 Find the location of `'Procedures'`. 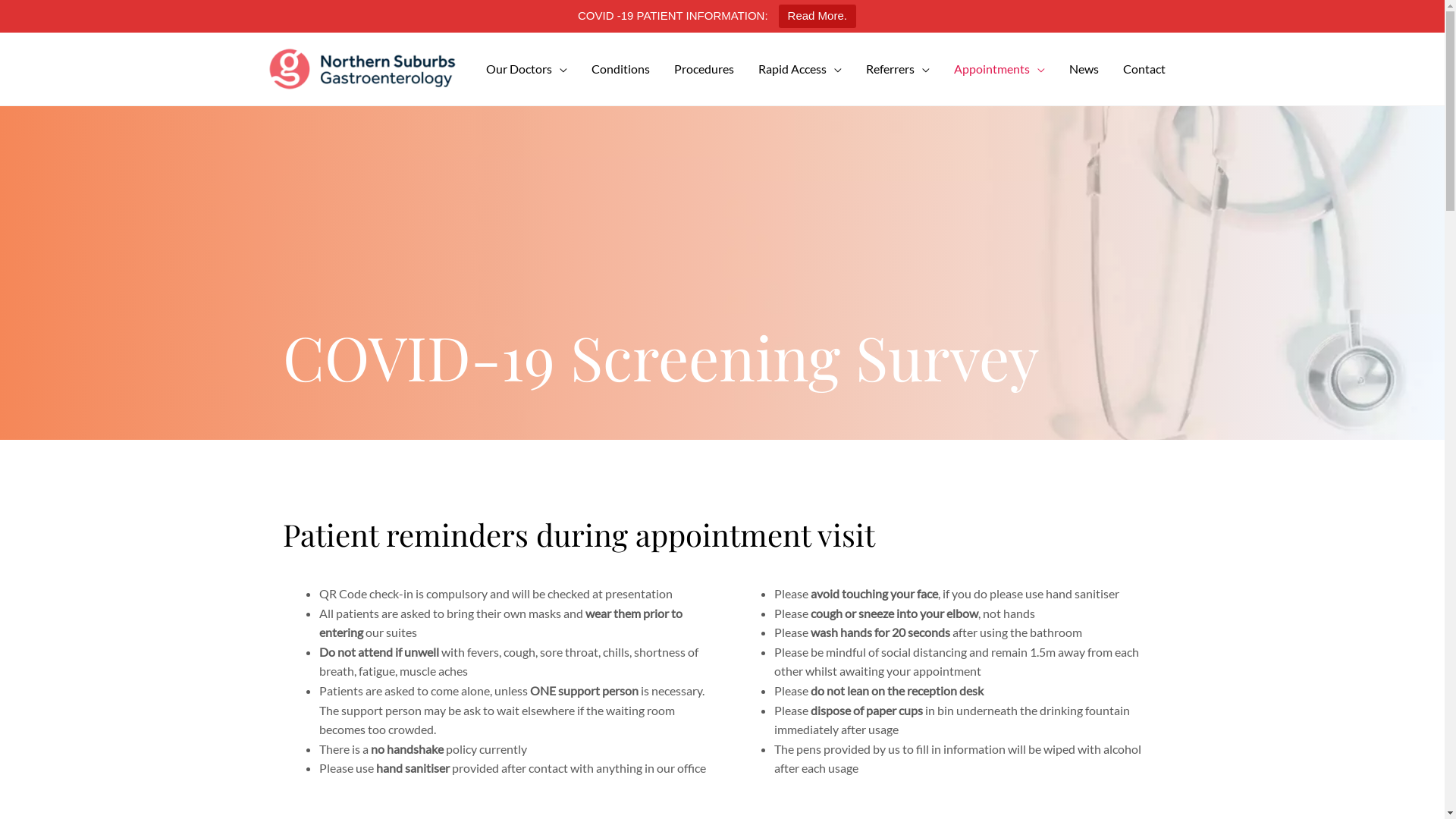

'Procedures' is located at coordinates (661, 69).